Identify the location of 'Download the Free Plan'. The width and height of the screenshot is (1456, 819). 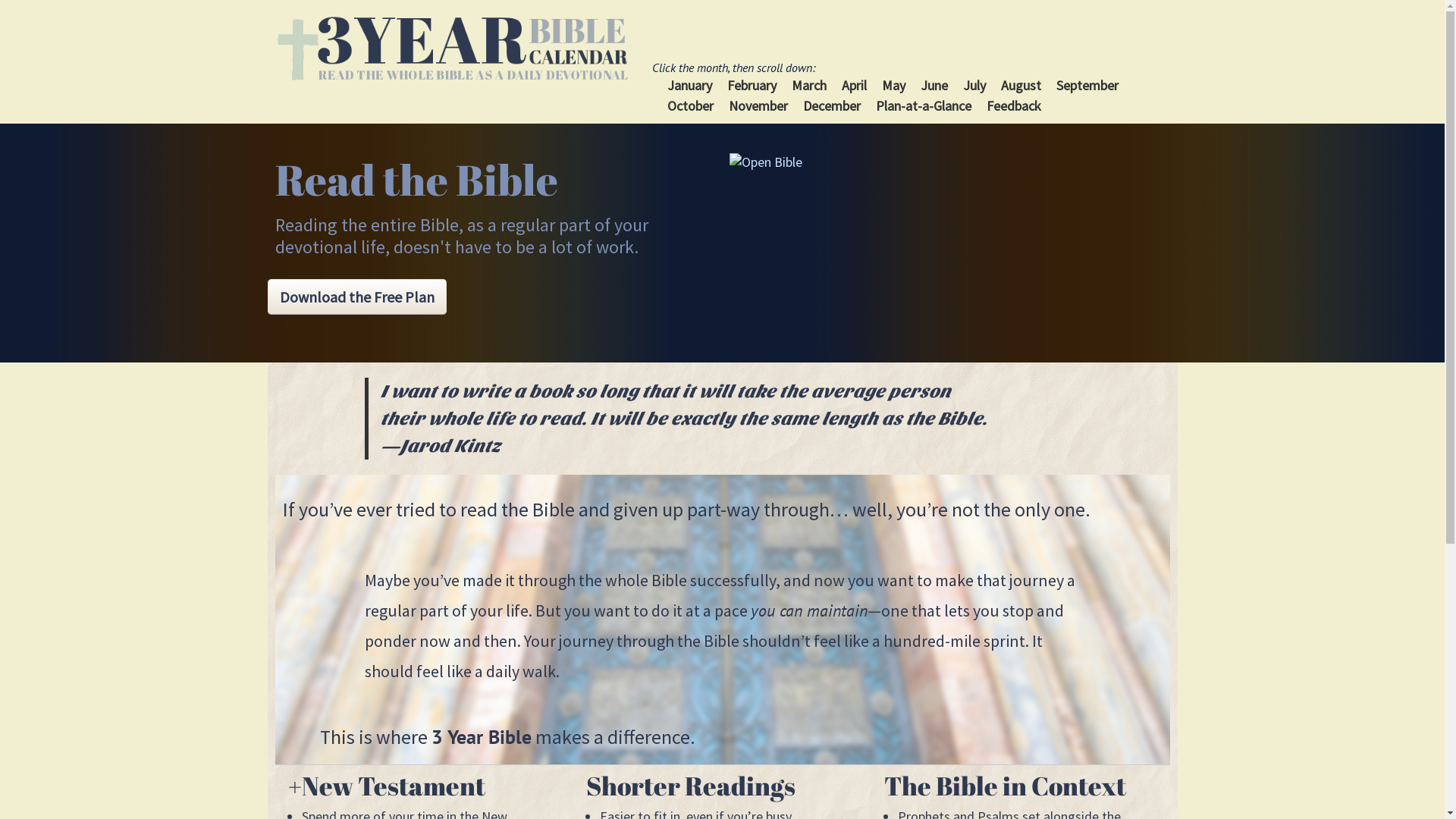
(356, 297).